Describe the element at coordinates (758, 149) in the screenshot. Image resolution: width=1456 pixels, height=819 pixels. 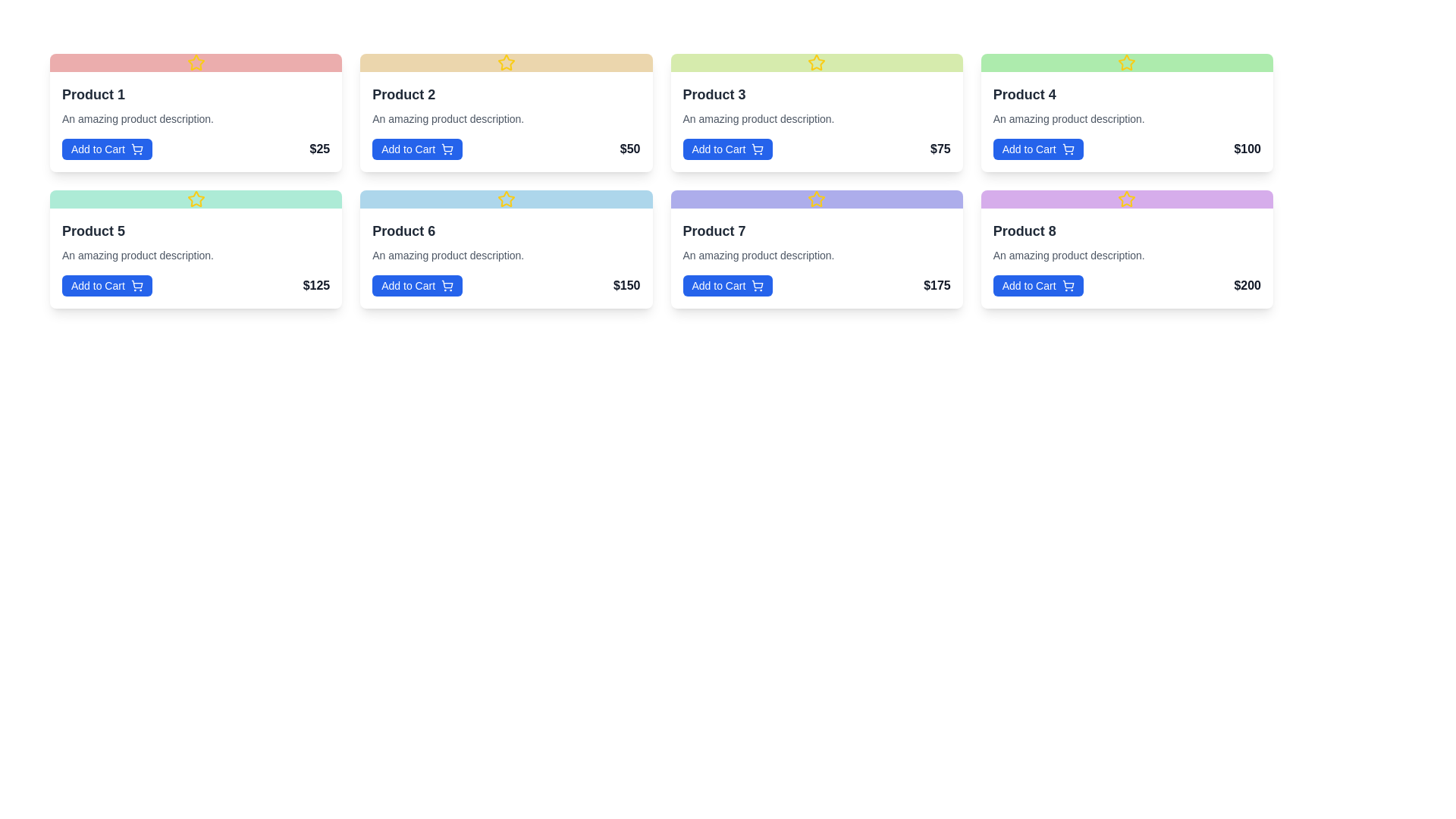
I see `the light blue shopping cart icon next to the 'Add to Cart' button for Product 3 to initiate adding to cart` at that location.